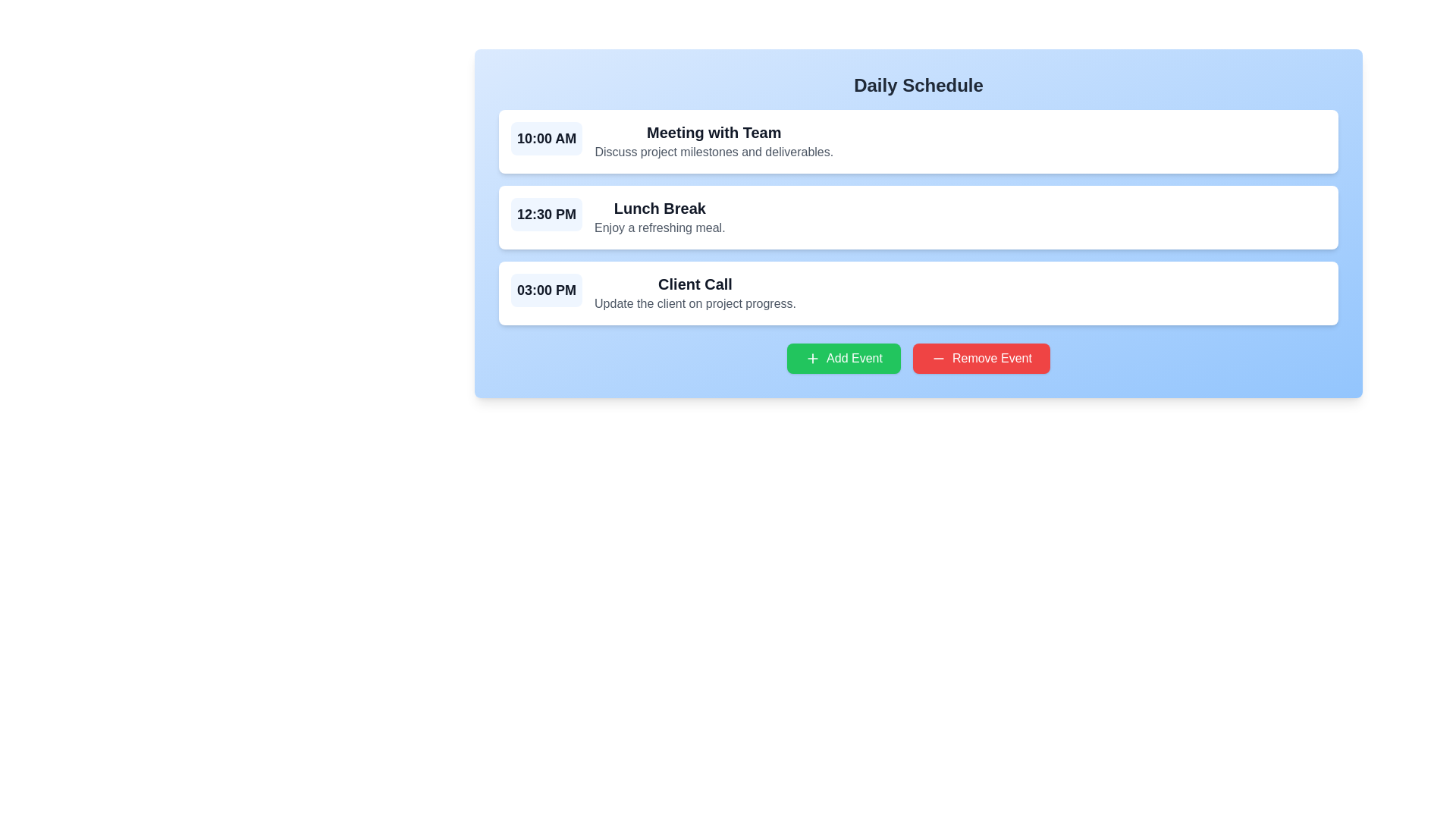 This screenshot has height=819, width=1456. Describe the element at coordinates (938, 359) in the screenshot. I see `the icon located inside the red 'Remove Event' button, which features a horizontal line and is positioned before the text 'Remove Event'` at that location.